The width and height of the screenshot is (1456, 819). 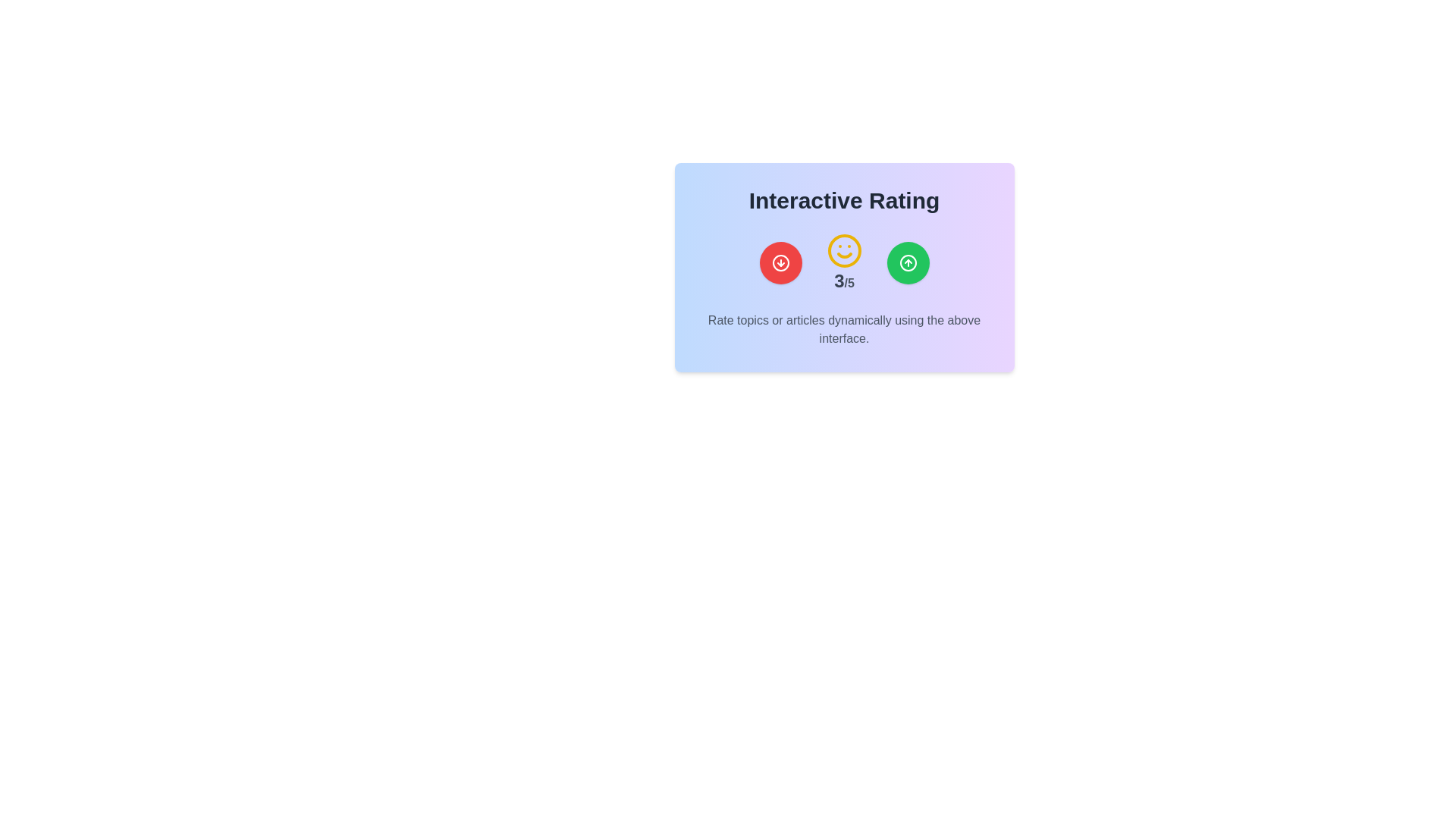 What do you see at coordinates (908, 262) in the screenshot?
I see `the SVG Circle Element located in the green circular icon on the right in the rating interface, which is part of the interactive icons under the 'Interactive Rating' title` at bounding box center [908, 262].